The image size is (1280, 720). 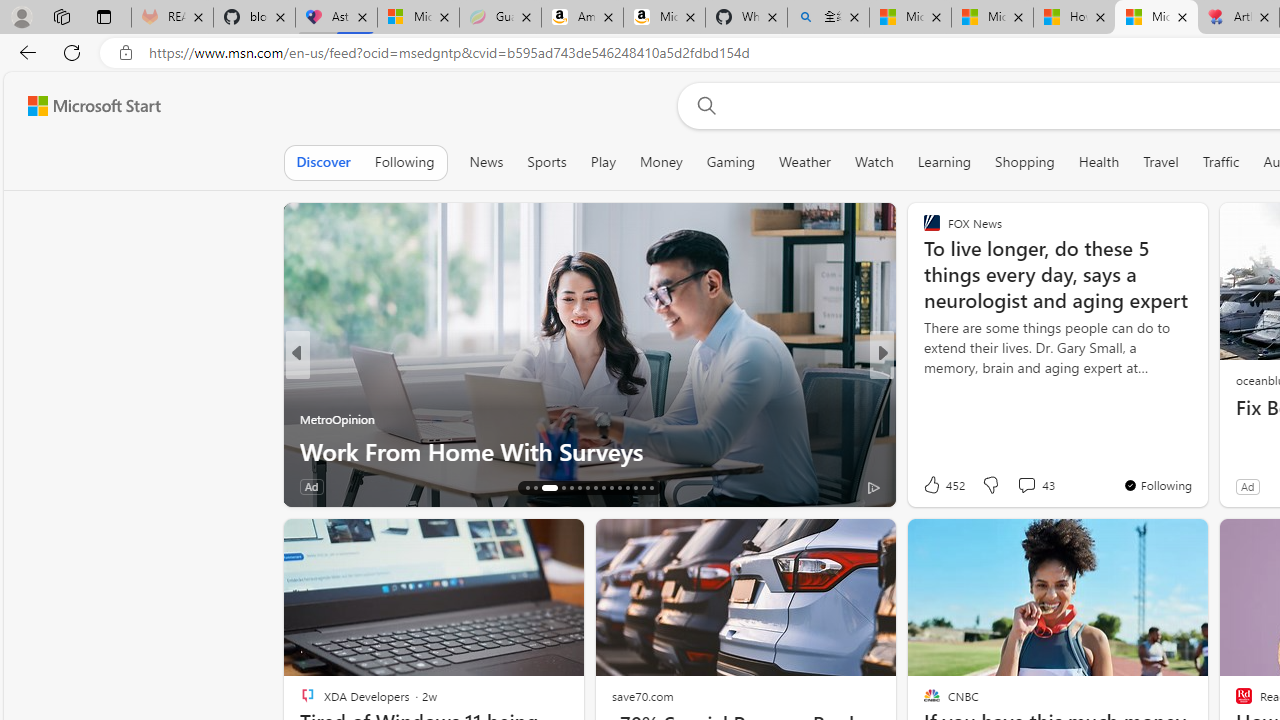 I want to click on '452 Like', so click(x=941, y=484).